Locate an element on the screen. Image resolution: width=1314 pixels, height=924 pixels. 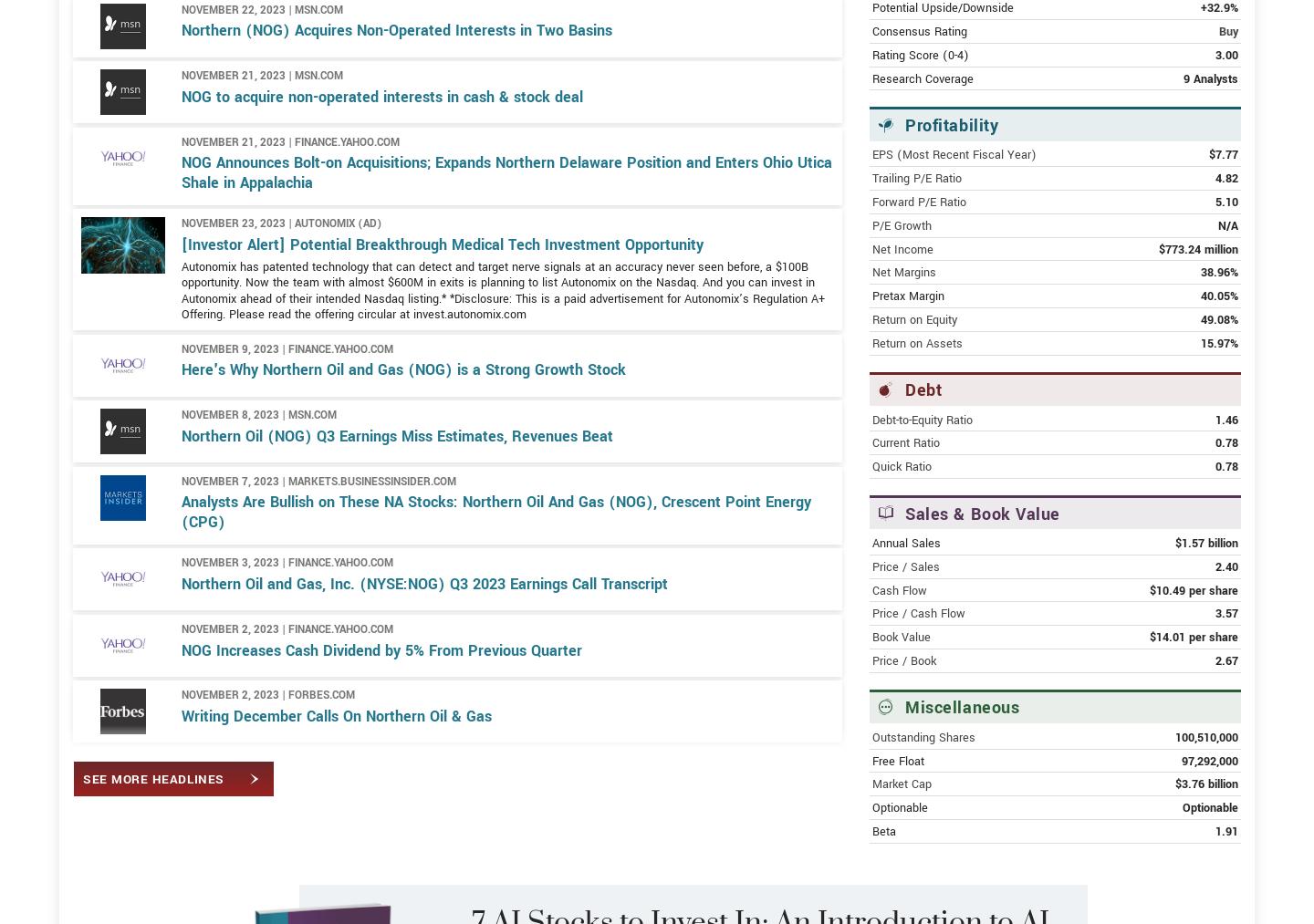
'Northern (NOG) Acquires Non-Operated Interests in Two Basins' is located at coordinates (397, 95).